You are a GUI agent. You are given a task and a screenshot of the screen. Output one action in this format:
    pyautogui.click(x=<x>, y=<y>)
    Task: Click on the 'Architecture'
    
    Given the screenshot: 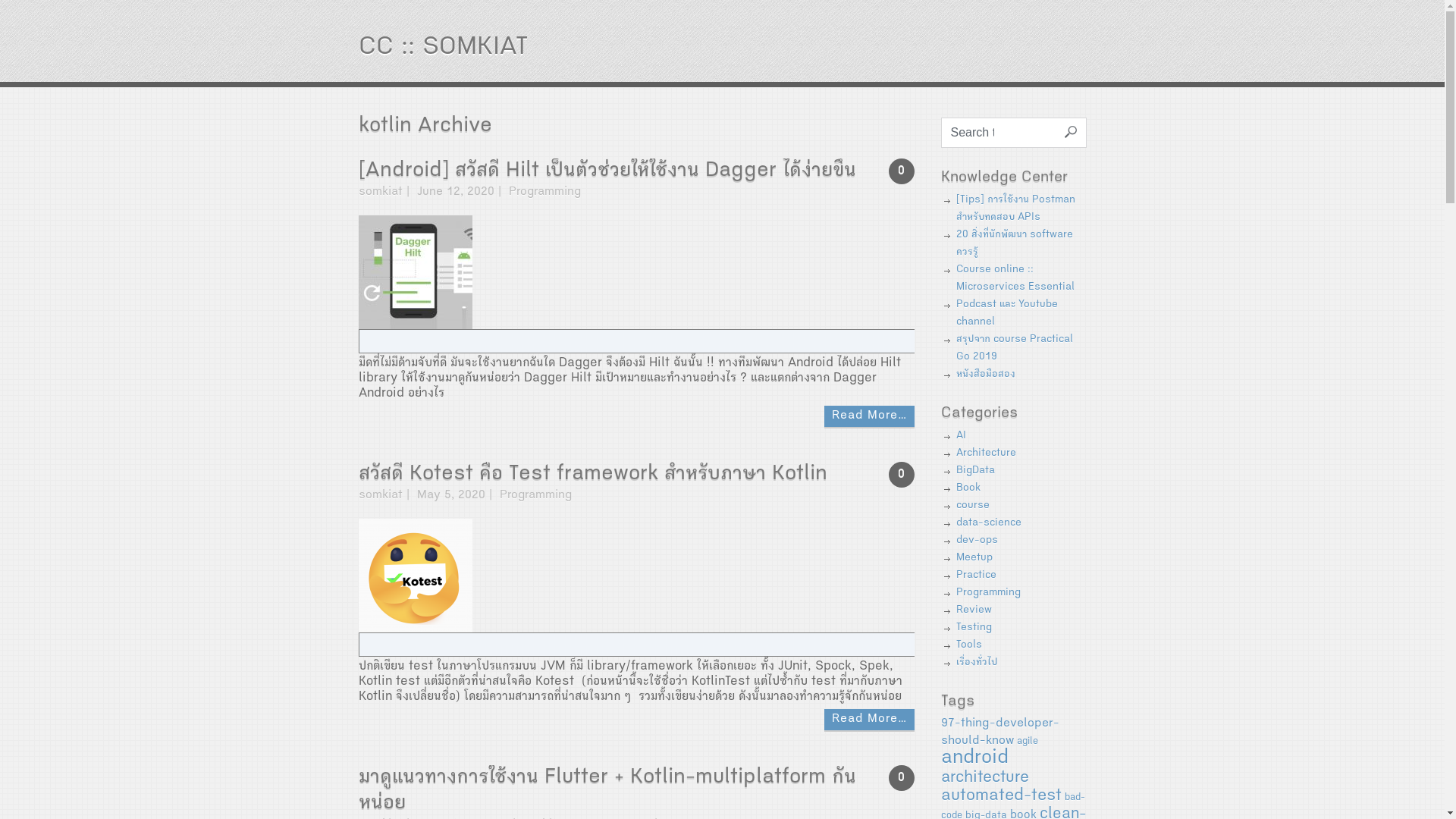 What is the action you would take?
    pyautogui.click(x=985, y=452)
    